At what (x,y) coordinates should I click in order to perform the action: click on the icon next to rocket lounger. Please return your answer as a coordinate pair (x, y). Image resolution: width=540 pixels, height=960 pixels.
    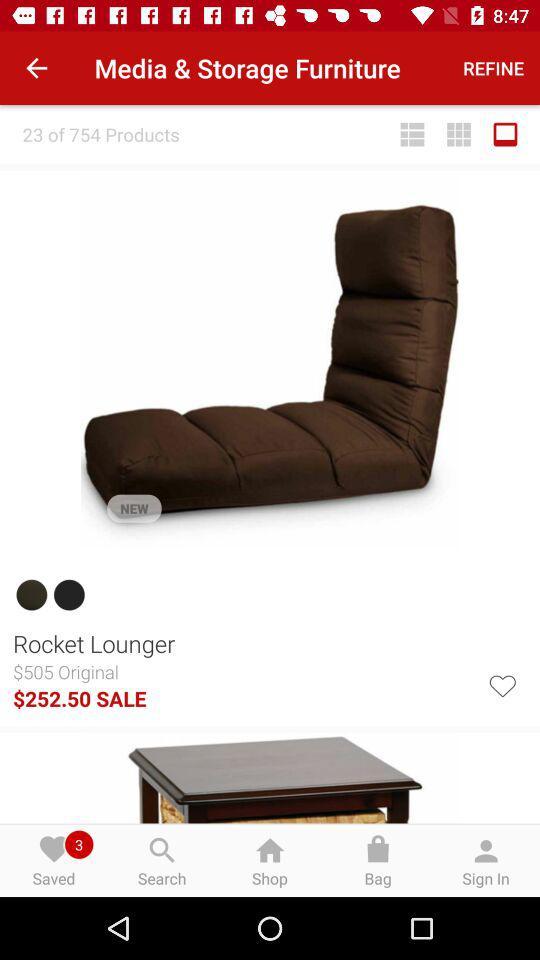
    Looking at the image, I should click on (501, 684).